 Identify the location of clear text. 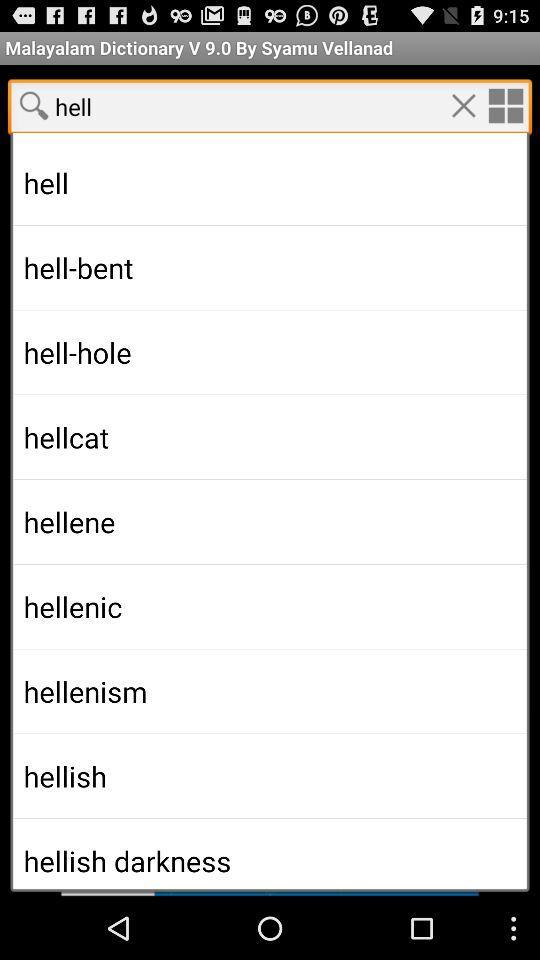
(463, 105).